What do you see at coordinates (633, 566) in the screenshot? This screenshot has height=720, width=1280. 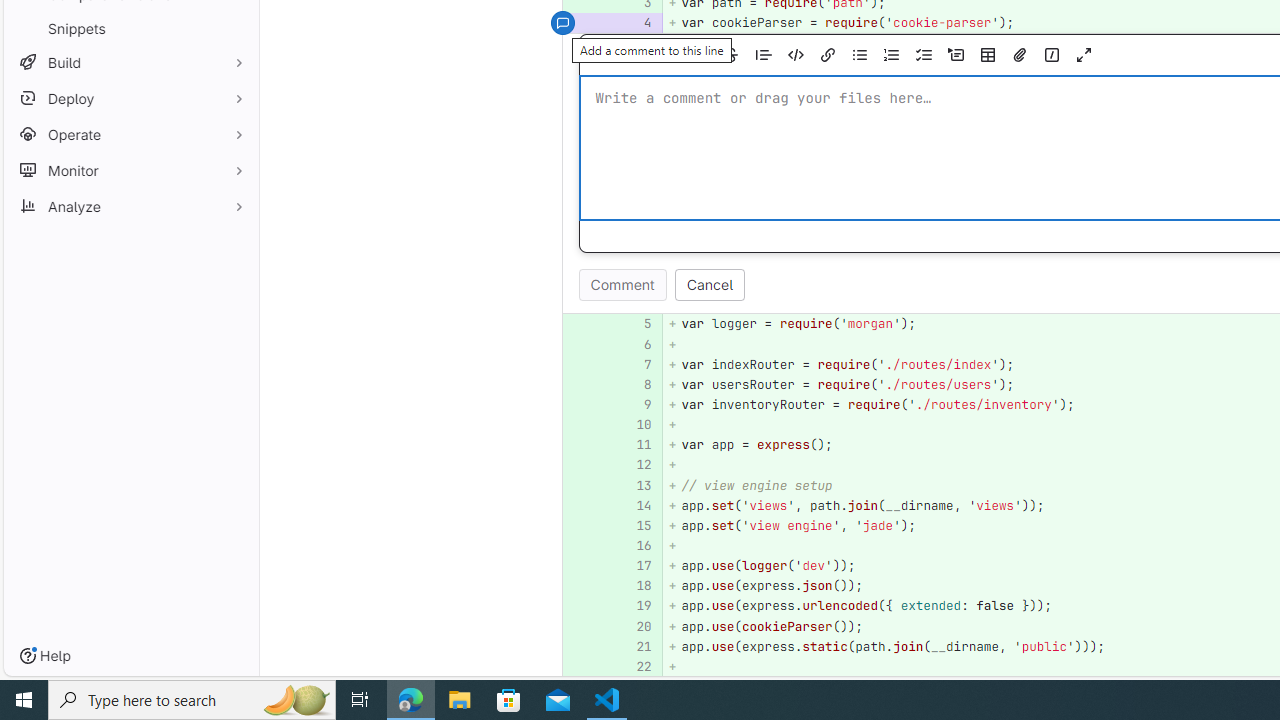 I see `'17'` at bounding box center [633, 566].